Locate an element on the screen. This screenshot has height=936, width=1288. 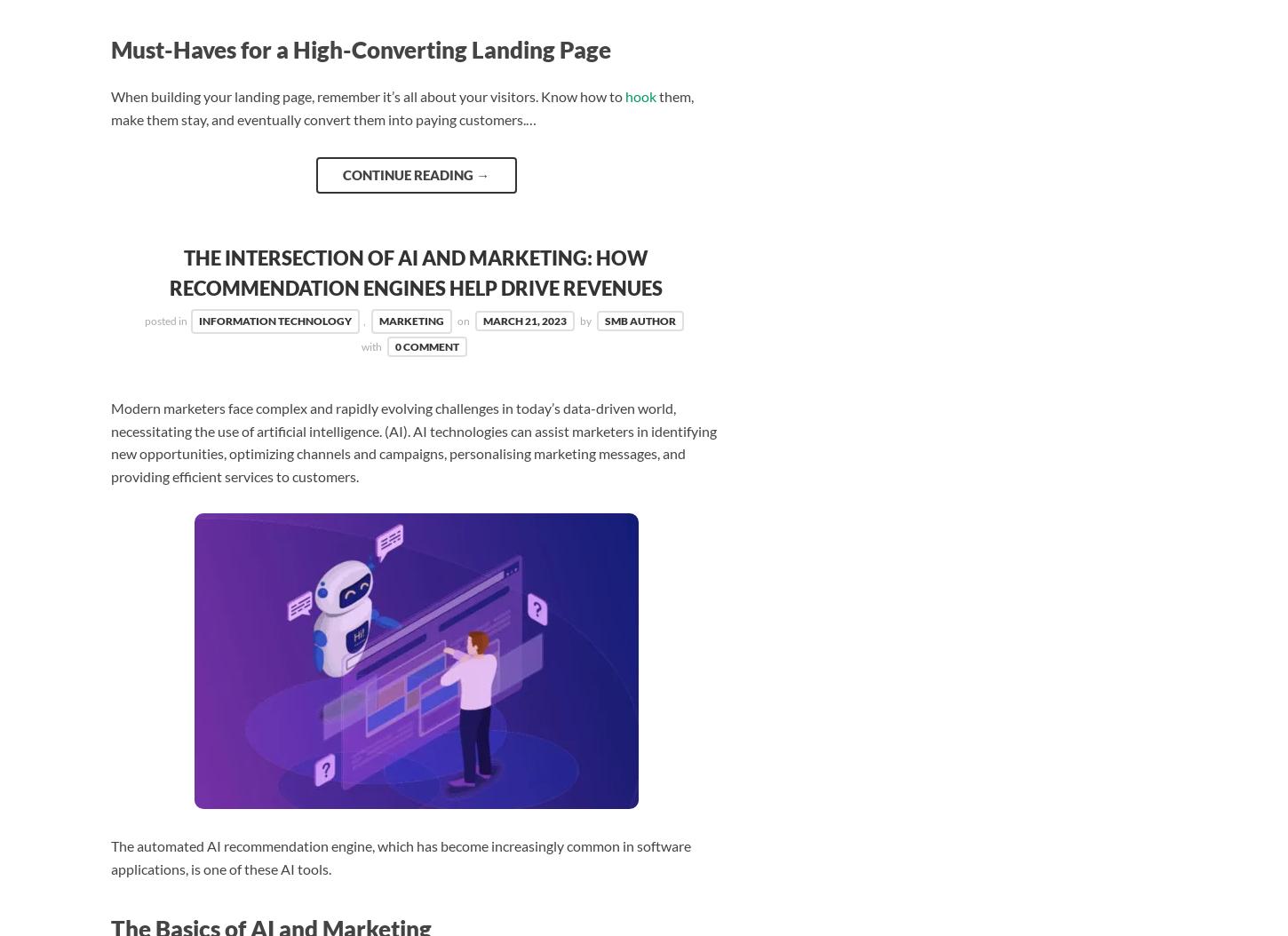
'Marketing' is located at coordinates (410, 321).